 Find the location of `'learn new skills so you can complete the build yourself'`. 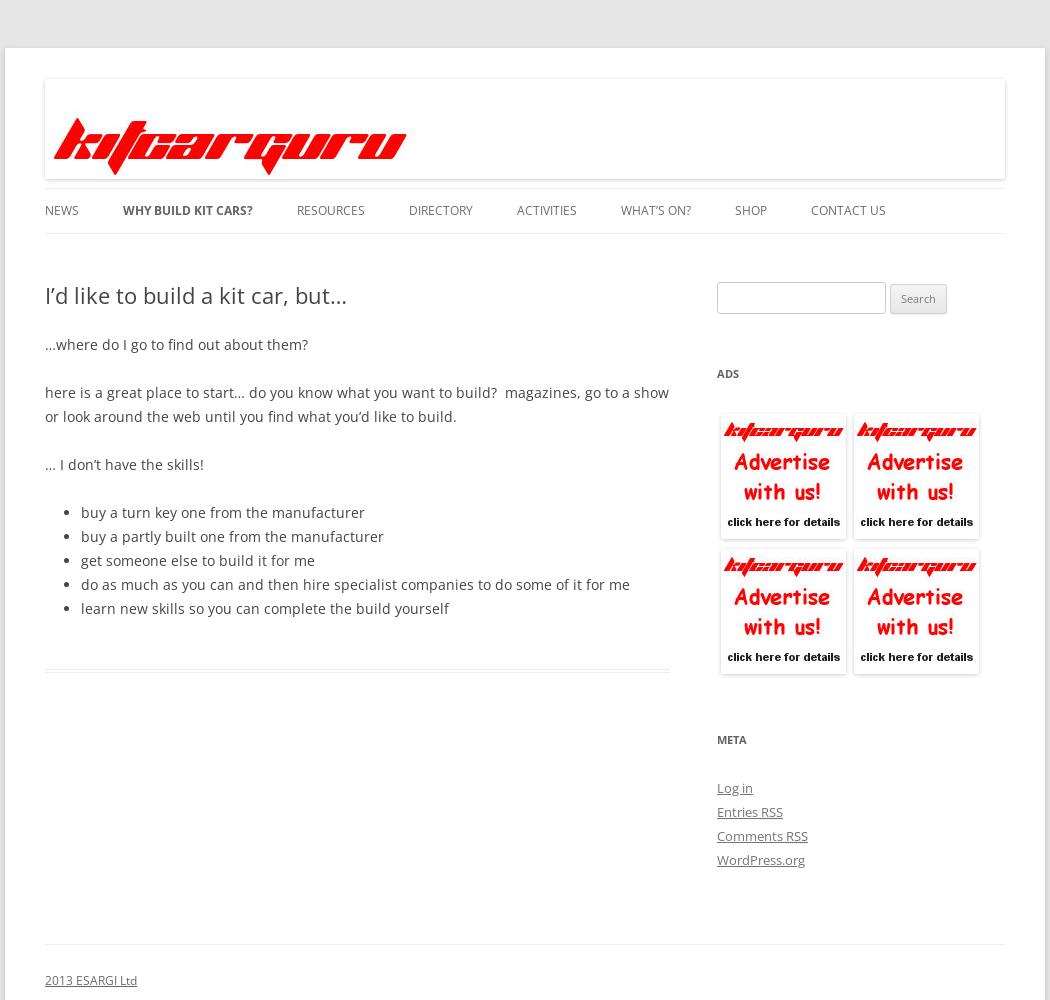

'learn new skills so you can complete the build yourself' is located at coordinates (264, 606).